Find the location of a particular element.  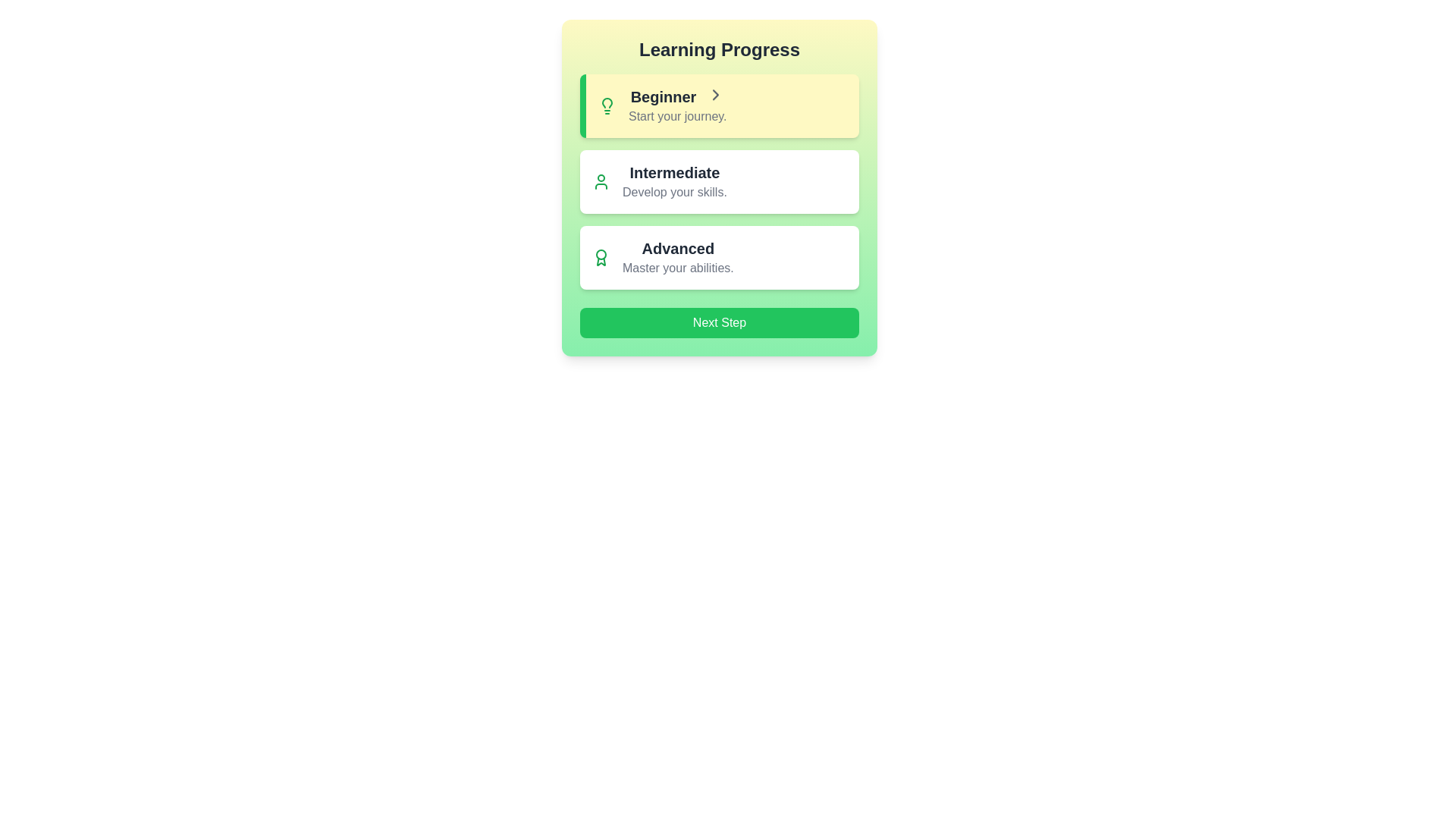

the decorative icon representing advanced level or achievement located in the 'Advanced' section, to the left of the 'Advanced Master your abilities.' text is located at coordinates (600, 256).